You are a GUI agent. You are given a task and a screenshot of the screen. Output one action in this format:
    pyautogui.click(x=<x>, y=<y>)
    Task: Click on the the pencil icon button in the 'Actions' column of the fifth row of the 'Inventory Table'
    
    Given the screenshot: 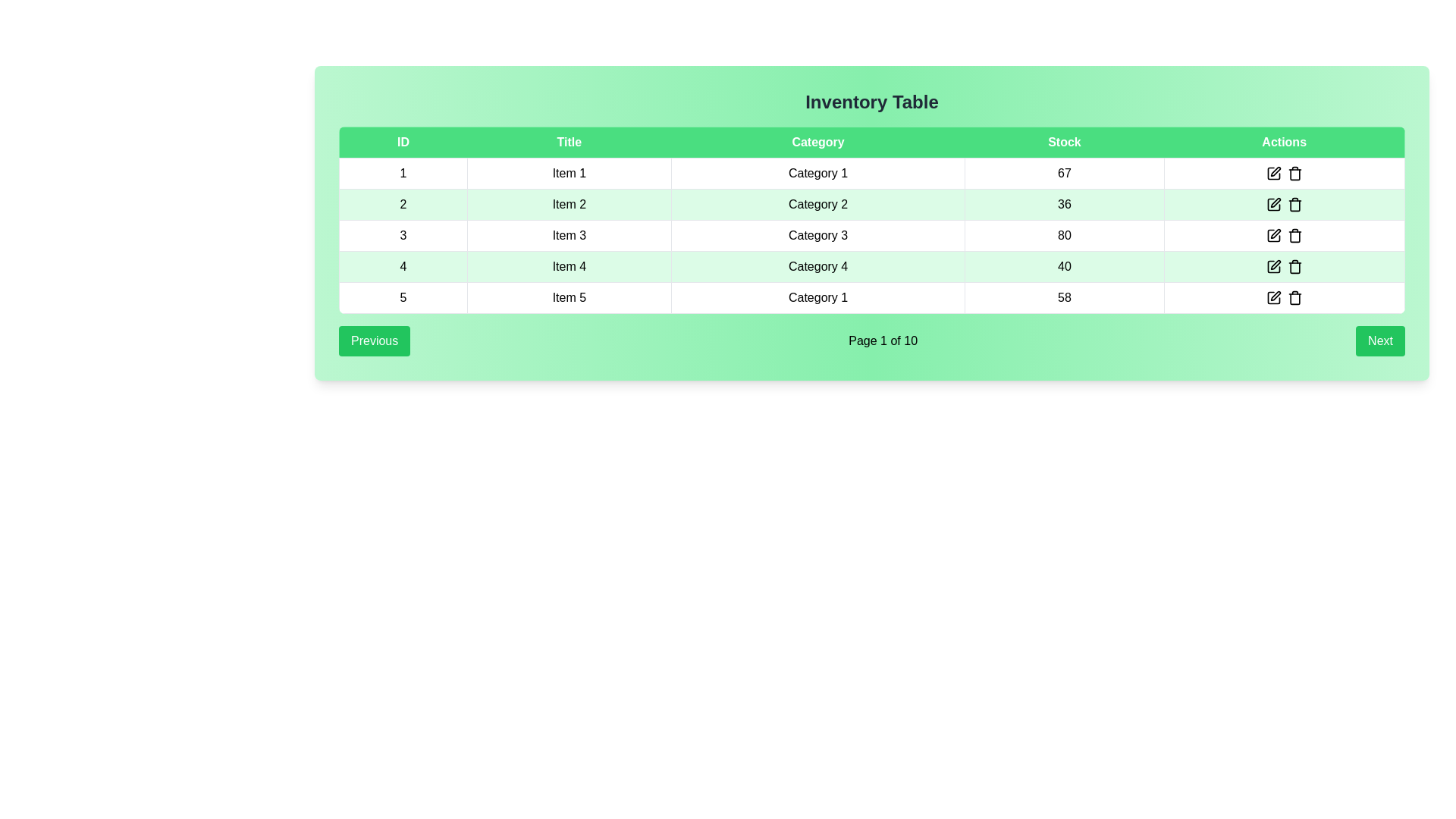 What is the action you would take?
    pyautogui.click(x=1274, y=298)
    